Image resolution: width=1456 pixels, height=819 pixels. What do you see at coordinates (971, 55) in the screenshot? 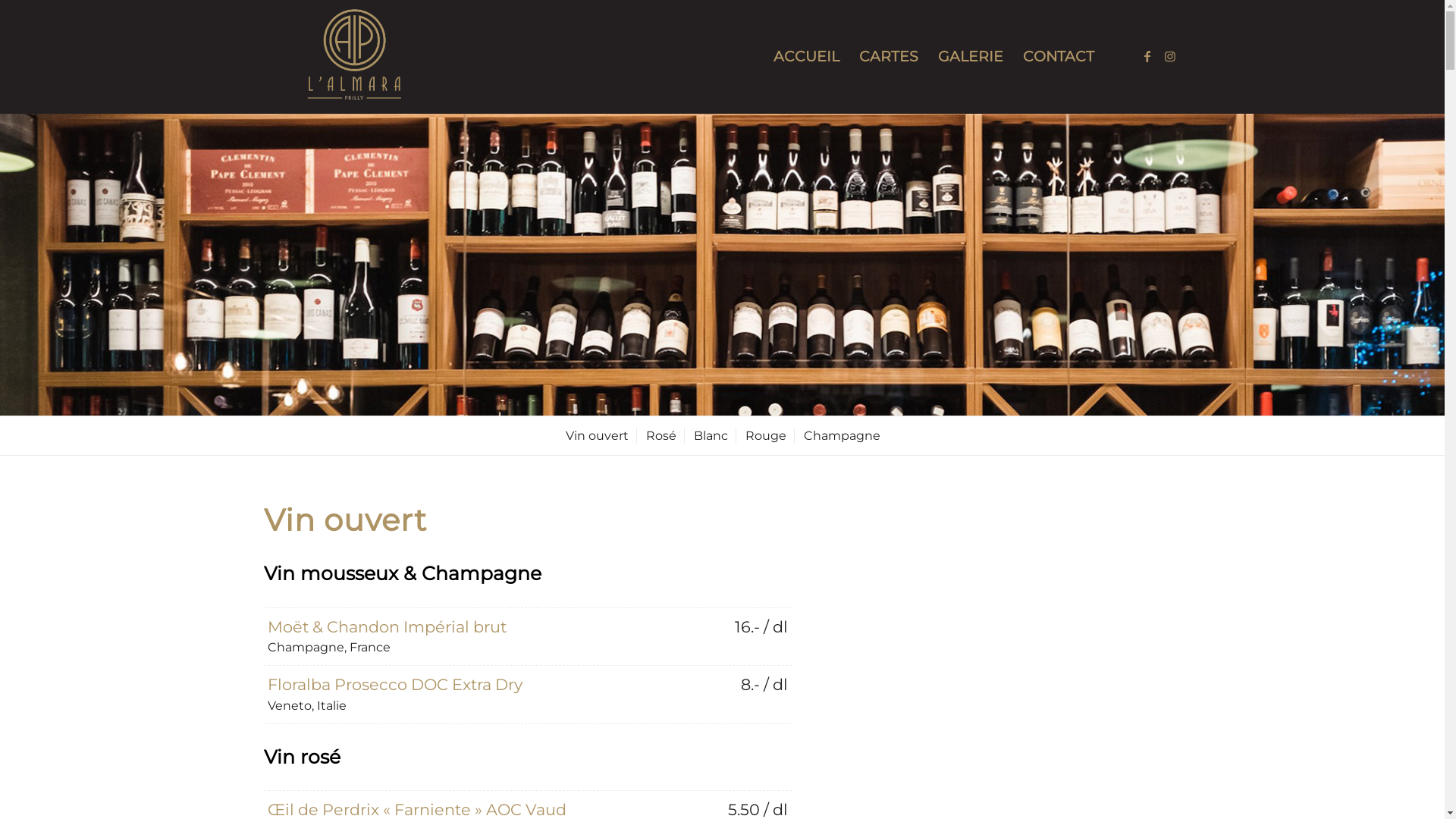
I see `'GALERIE'` at bounding box center [971, 55].